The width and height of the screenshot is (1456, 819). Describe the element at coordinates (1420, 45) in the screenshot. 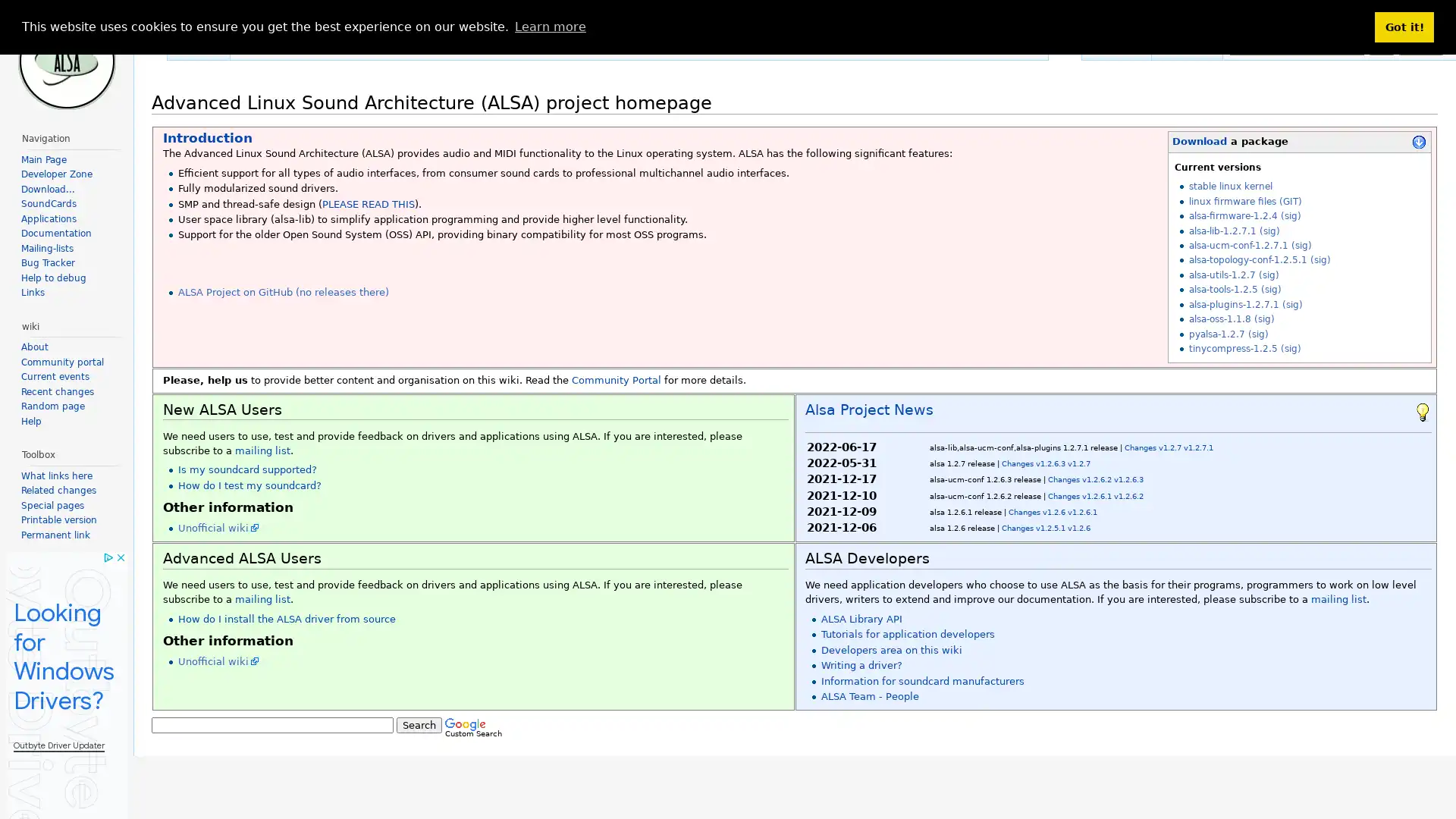

I see `Search` at that location.